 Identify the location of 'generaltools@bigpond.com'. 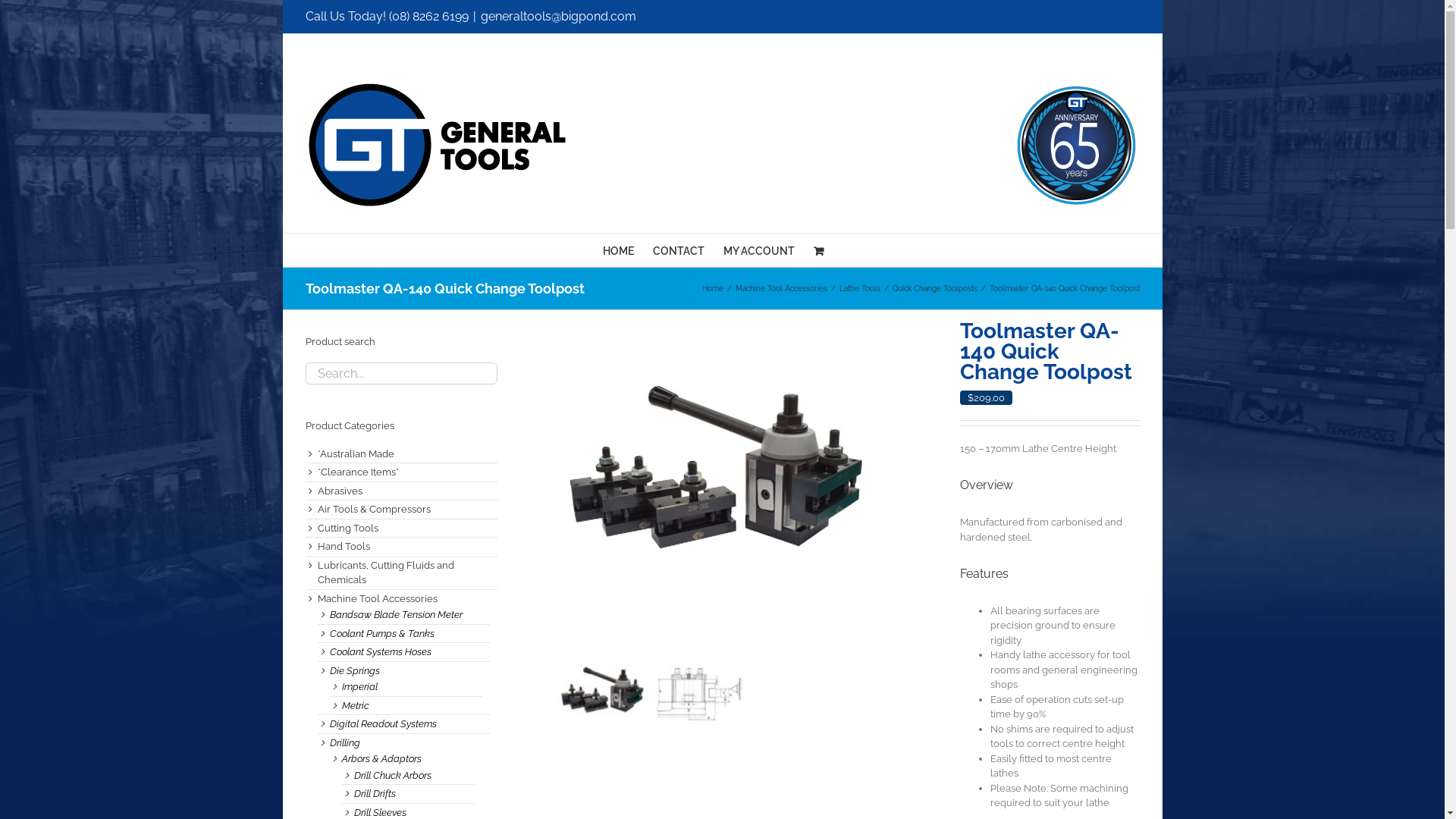
(479, 16).